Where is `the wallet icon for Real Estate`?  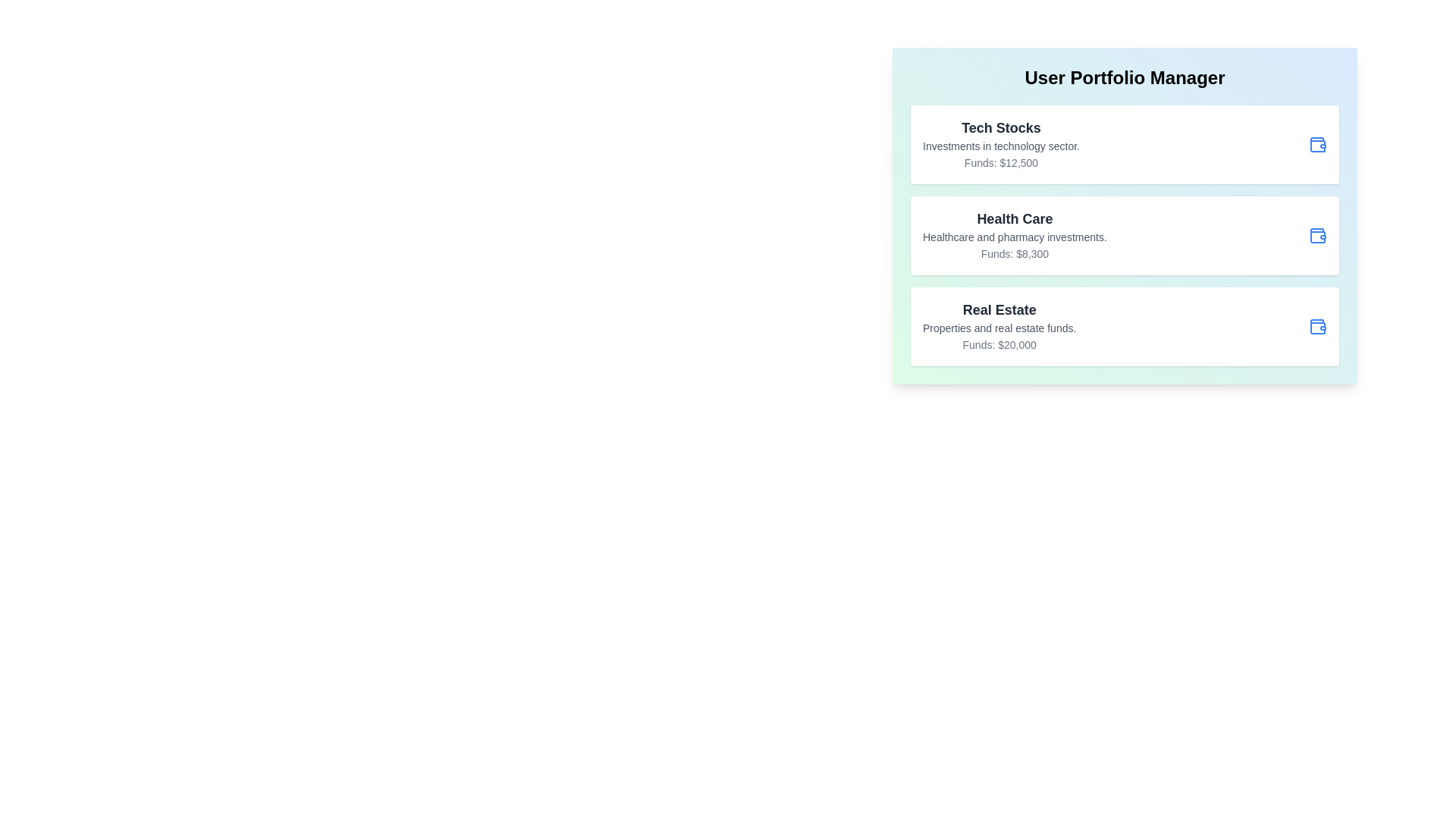 the wallet icon for Real Estate is located at coordinates (1316, 326).